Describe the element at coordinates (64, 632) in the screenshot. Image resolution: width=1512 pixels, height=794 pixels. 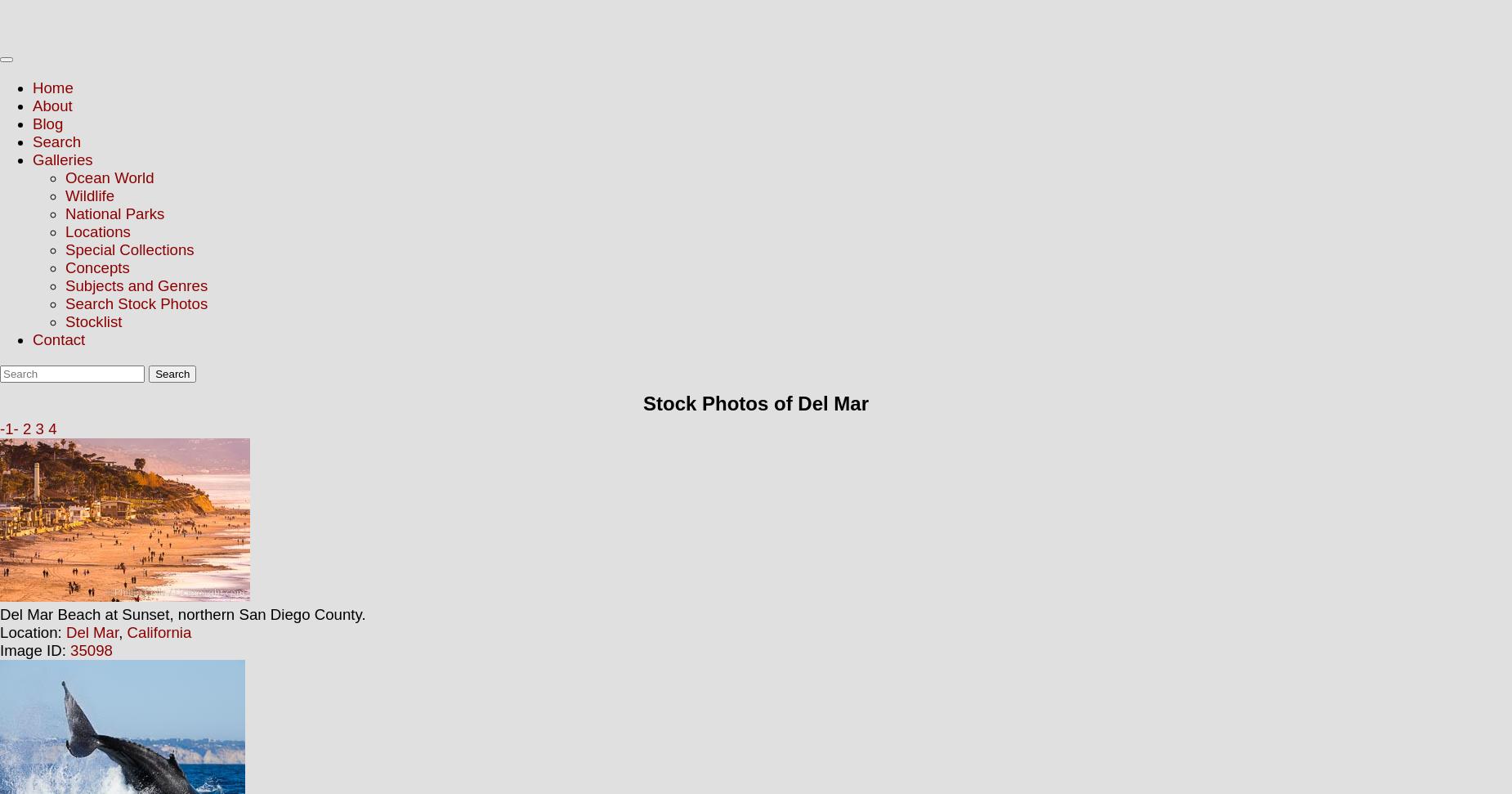
I see `'Del Mar'` at that location.